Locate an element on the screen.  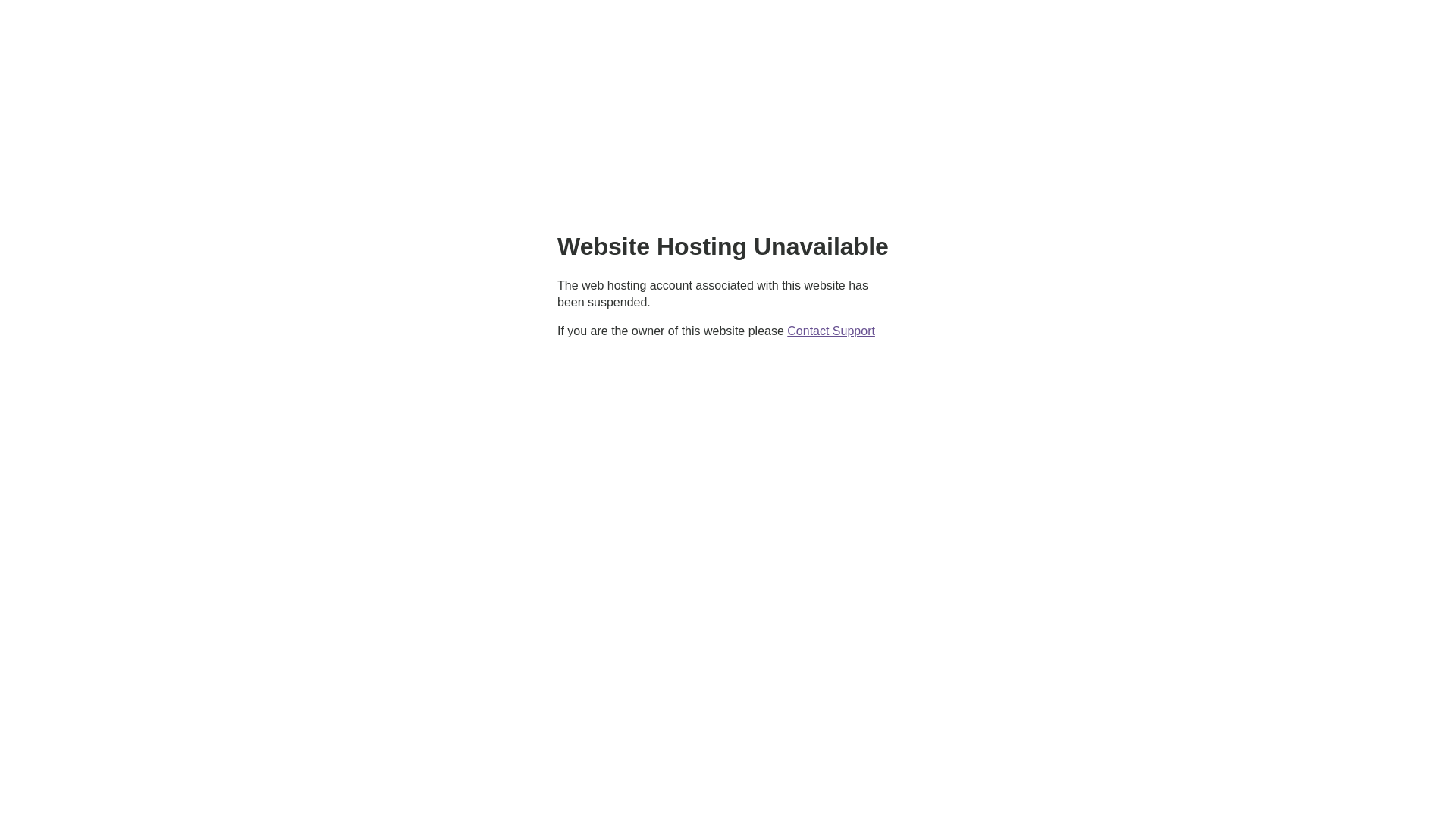
'Contact Support' is located at coordinates (830, 330).